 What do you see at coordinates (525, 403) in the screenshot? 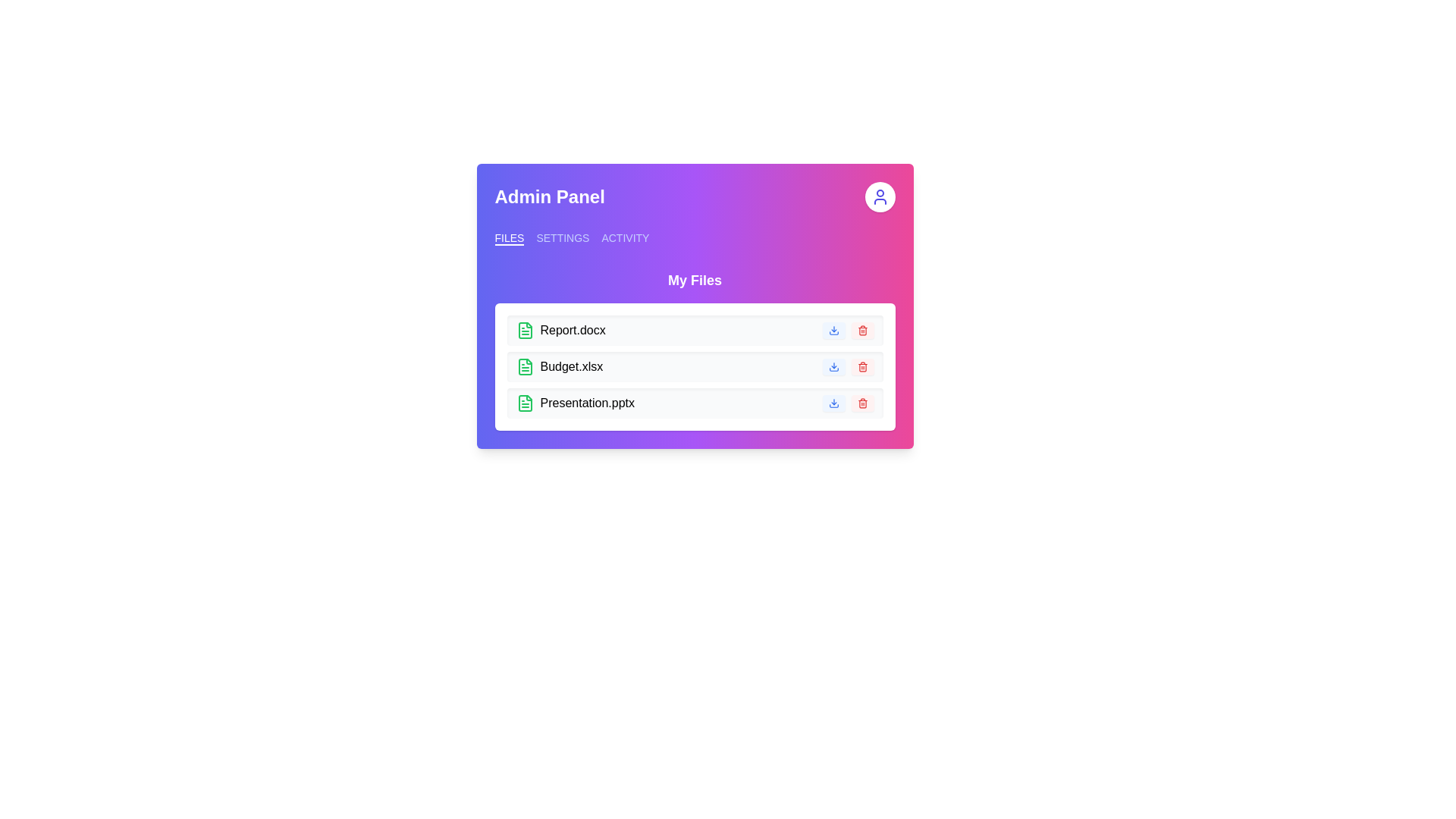
I see `the graphical file icon representing 'Report.docx', which is the first icon in the 'My Files' section, located on the left side of the file list` at bounding box center [525, 403].